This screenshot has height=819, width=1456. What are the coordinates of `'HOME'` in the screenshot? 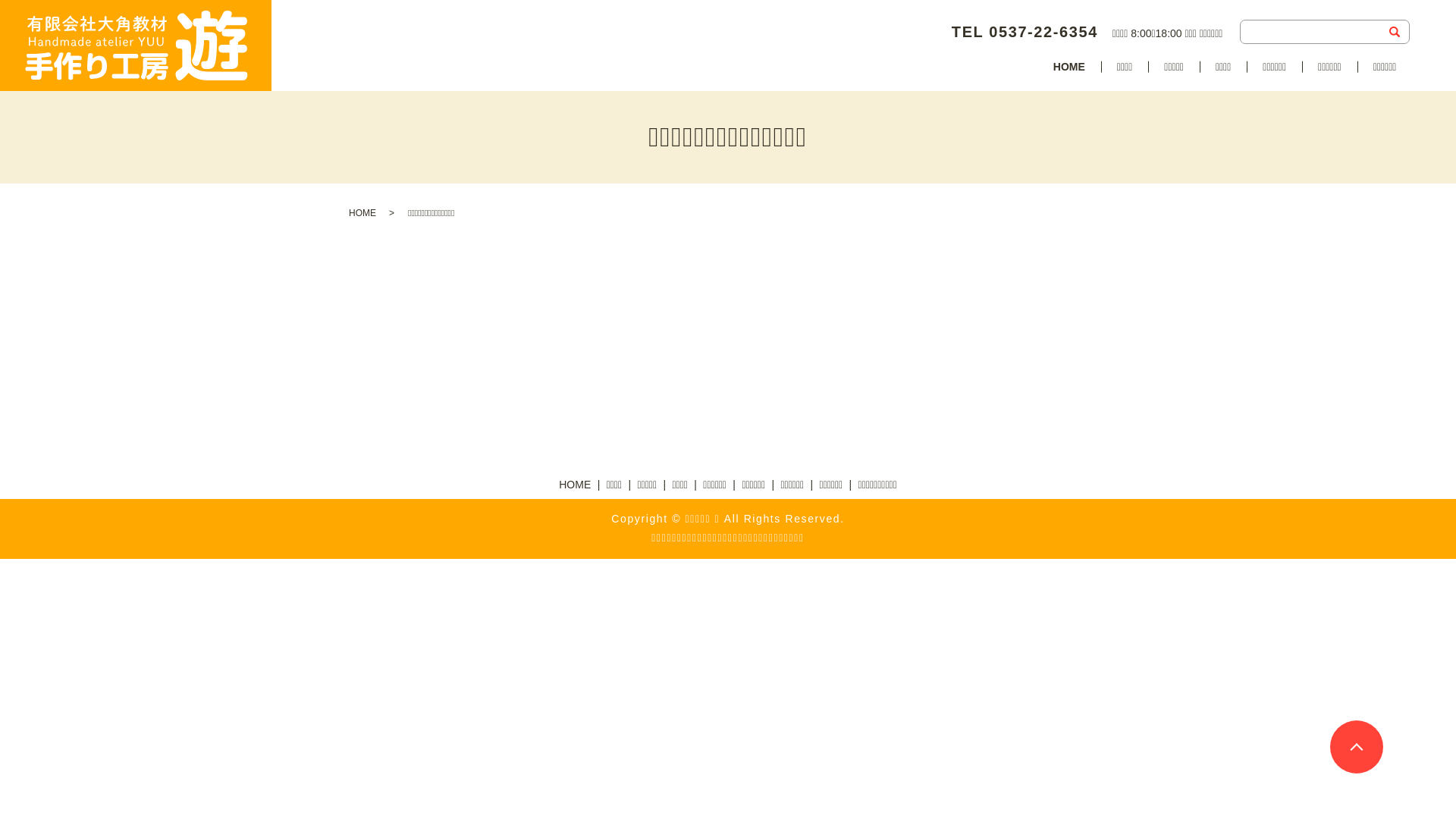 It's located at (555, 485).